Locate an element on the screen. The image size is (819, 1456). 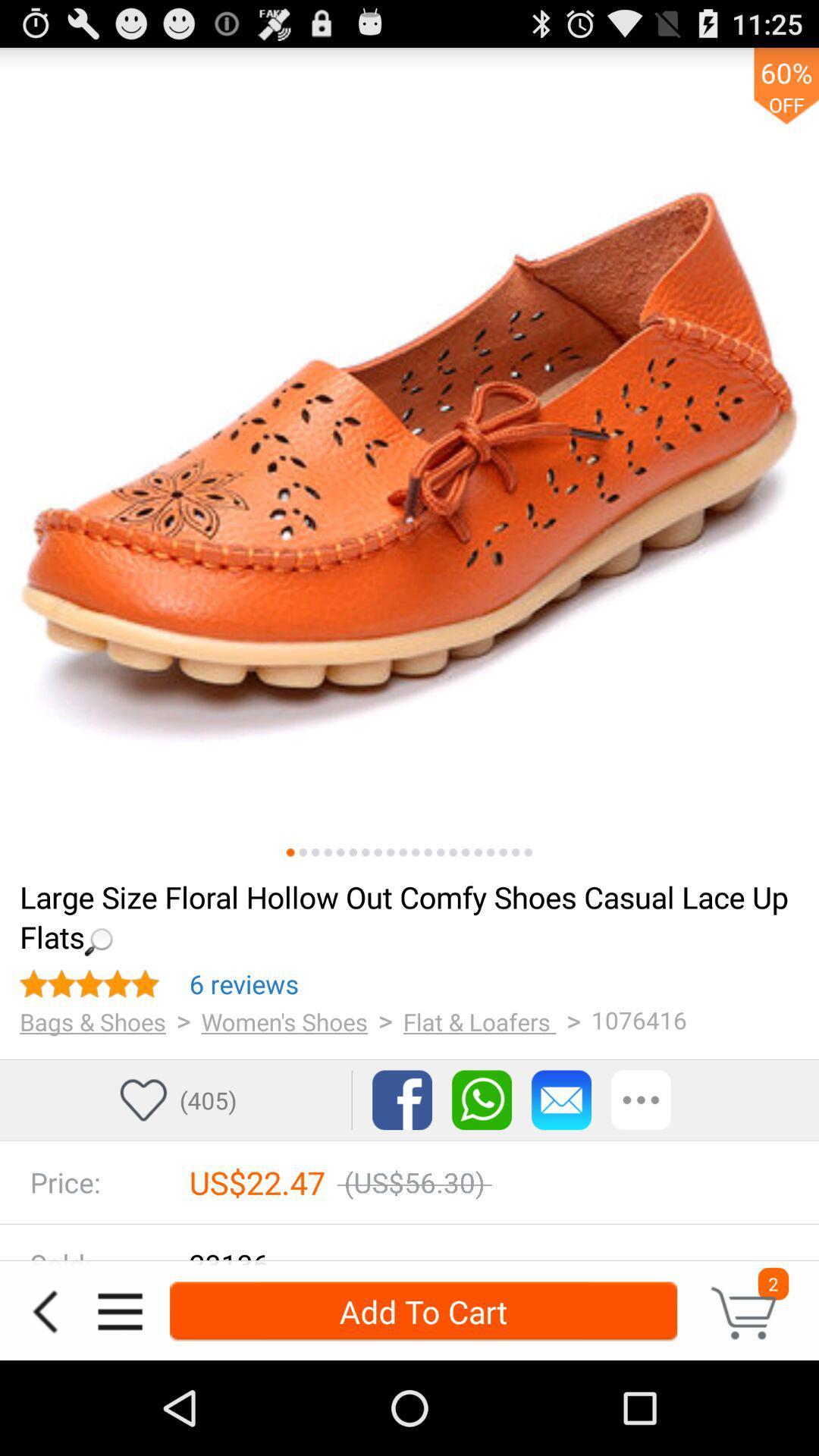
share via email is located at coordinates (561, 1100).